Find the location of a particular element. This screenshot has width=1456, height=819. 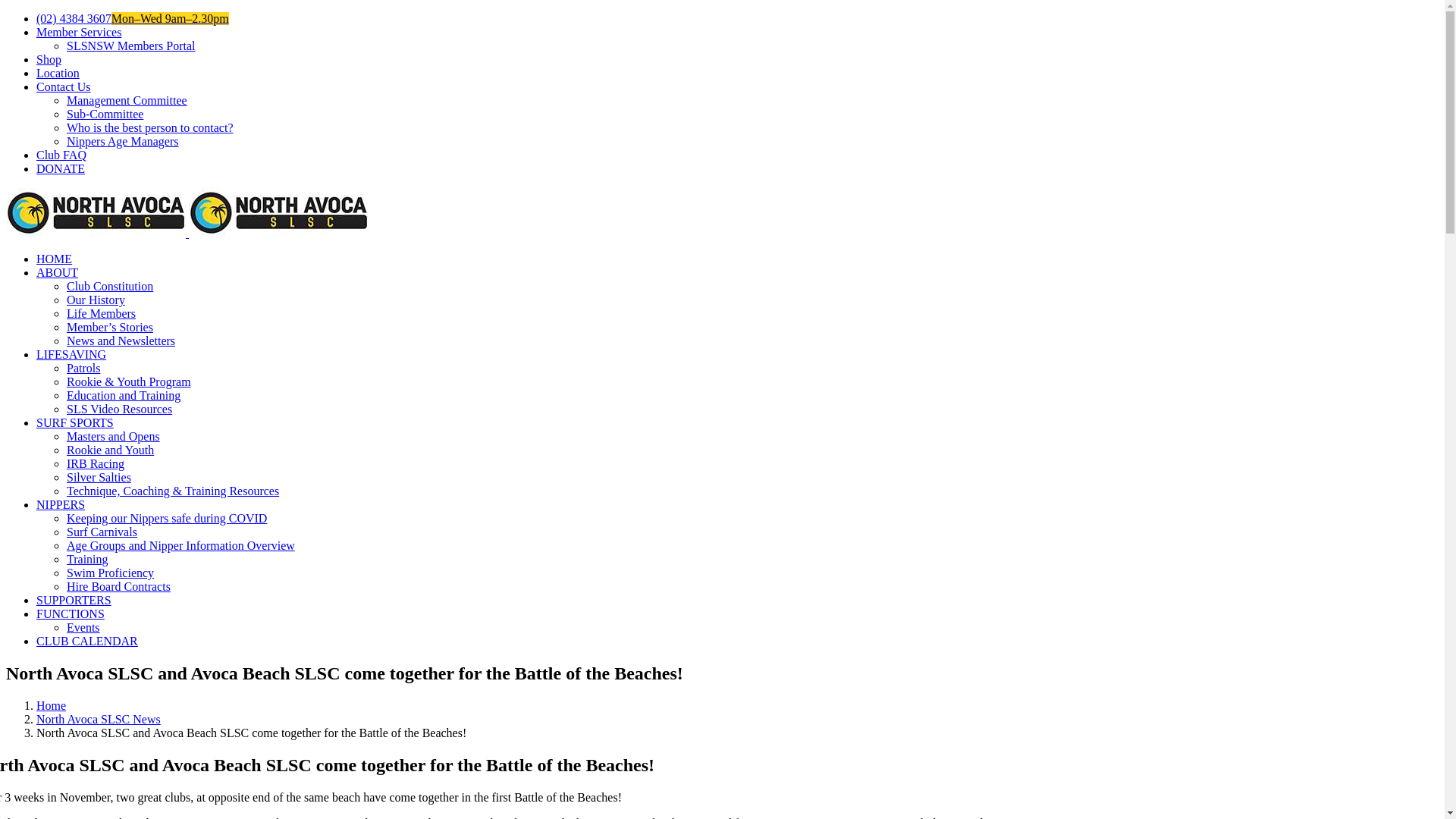

'Nippers Age Managers' is located at coordinates (123, 141).